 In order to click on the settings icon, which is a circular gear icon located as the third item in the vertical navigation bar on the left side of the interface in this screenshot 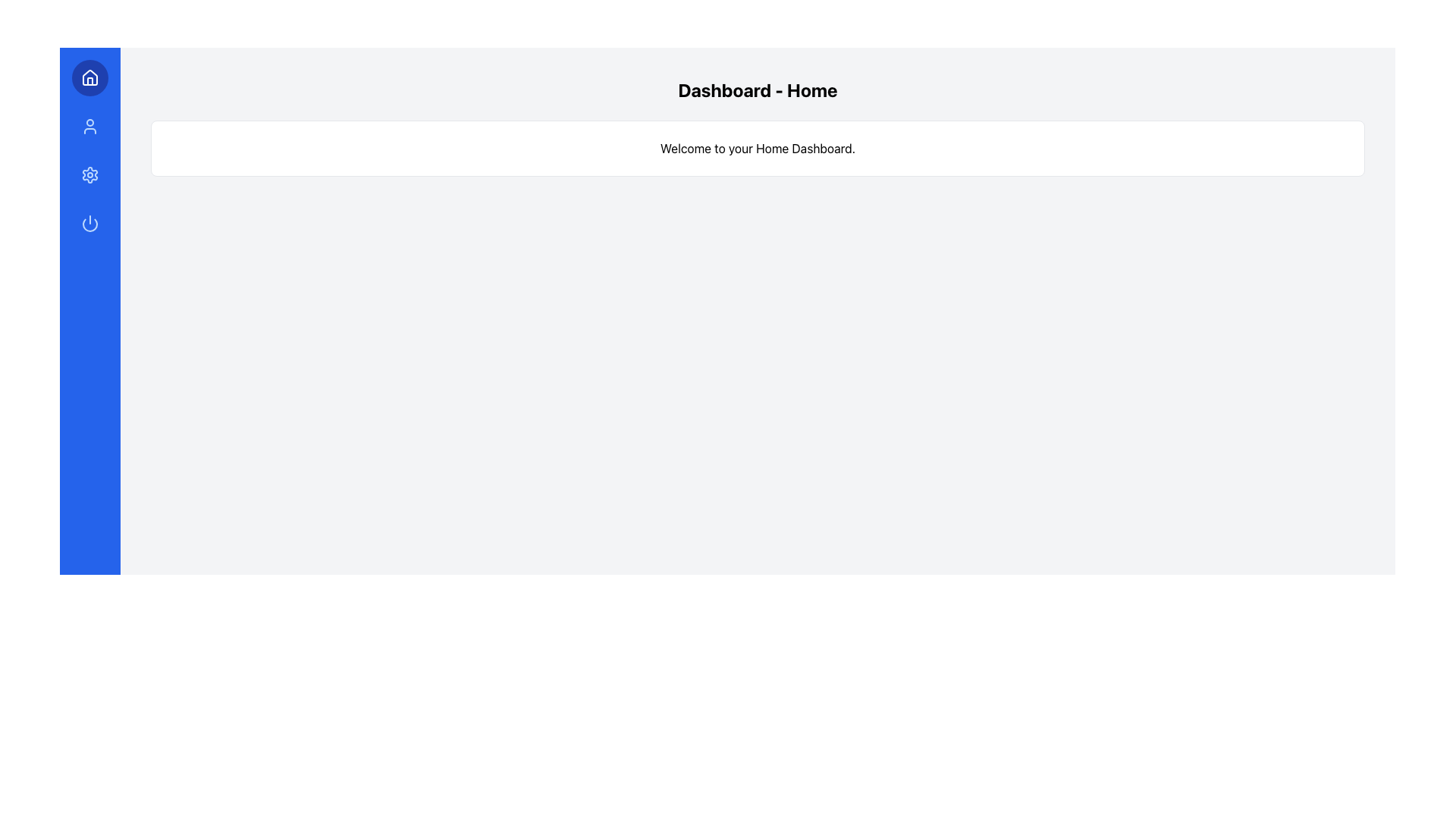, I will do `click(89, 174)`.